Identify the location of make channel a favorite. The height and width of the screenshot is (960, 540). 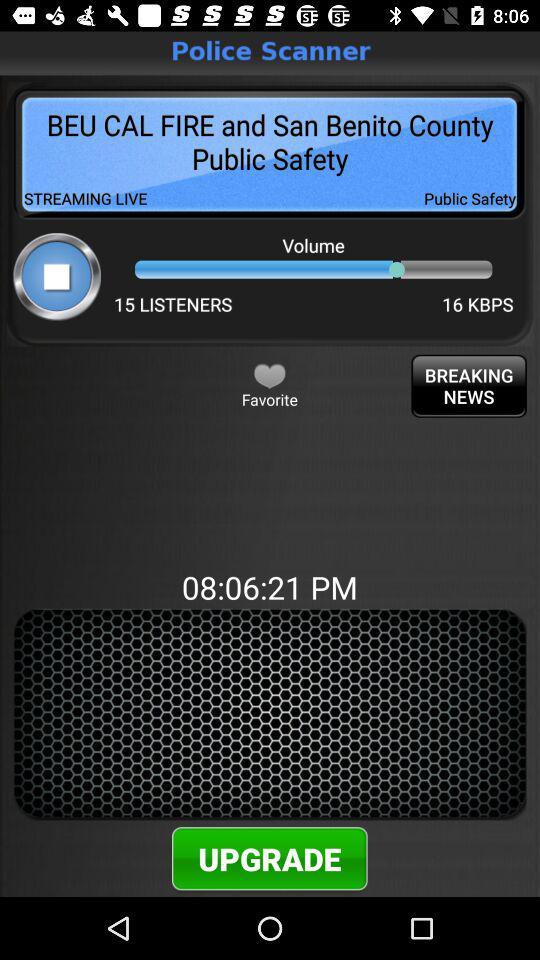
(269, 374).